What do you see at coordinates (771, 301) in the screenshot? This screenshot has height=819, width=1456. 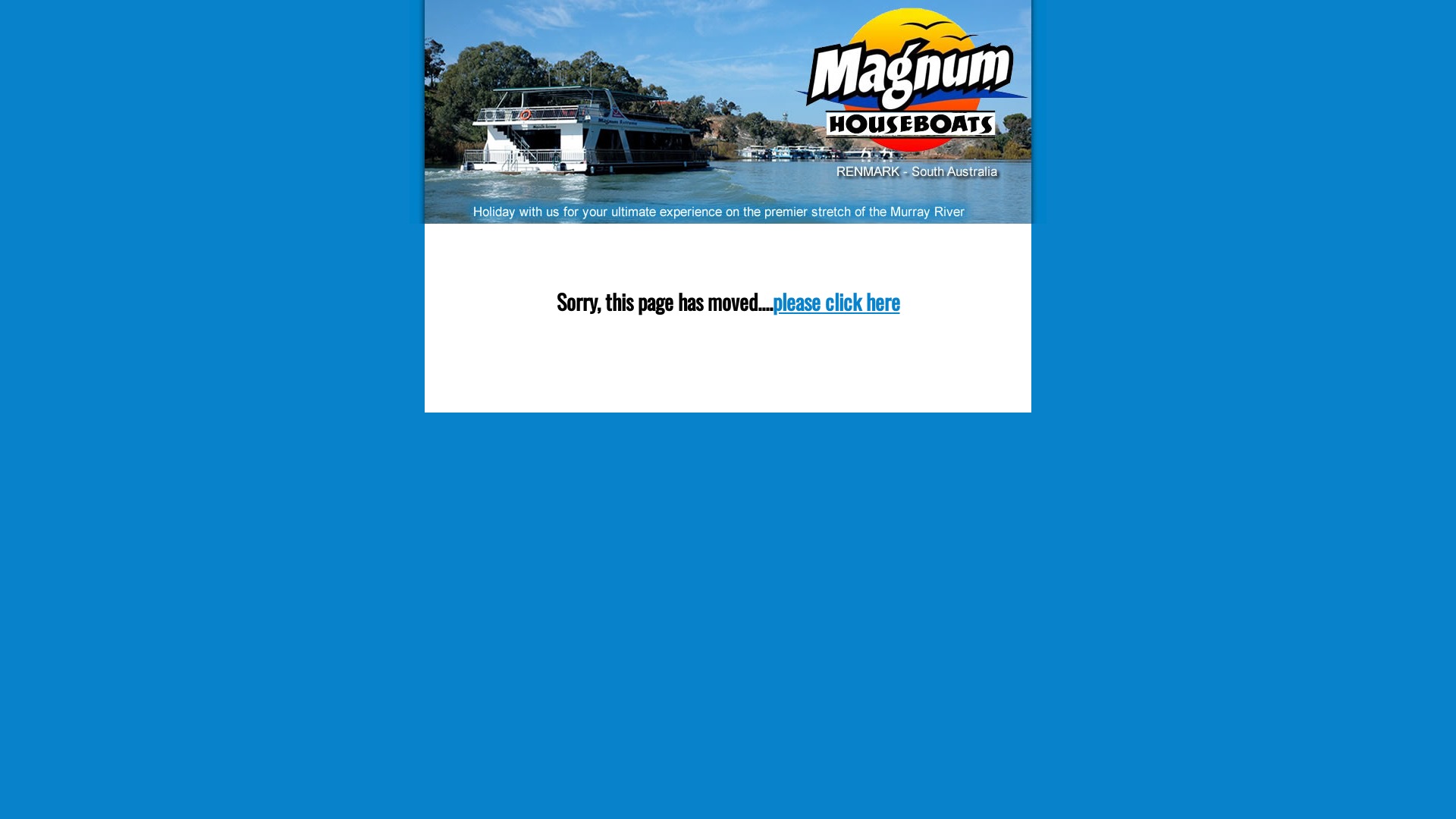 I see `'please click here'` at bounding box center [771, 301].